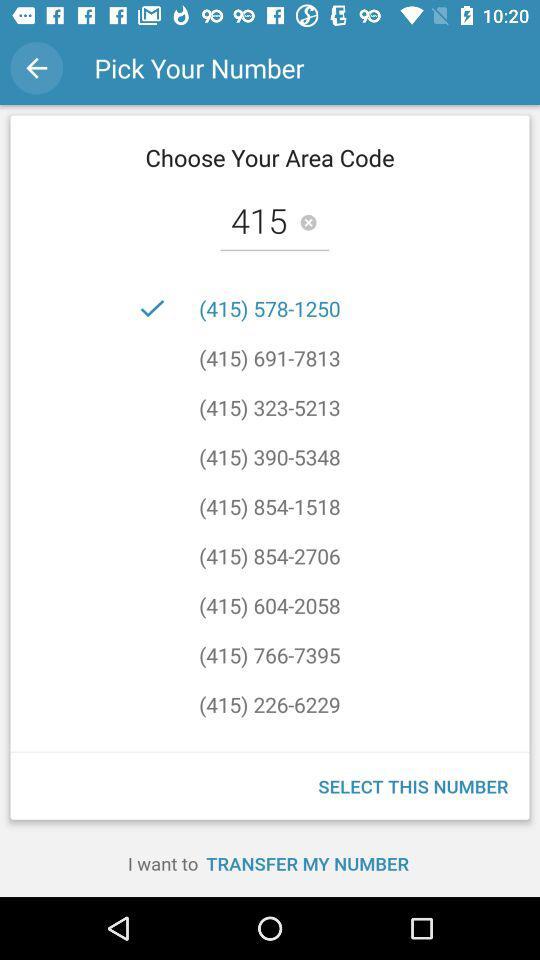 Image resolution: width=540 pixels, height=960 pixels. I want to click on the item above (415) 347-9106 item, so click(269, 704).